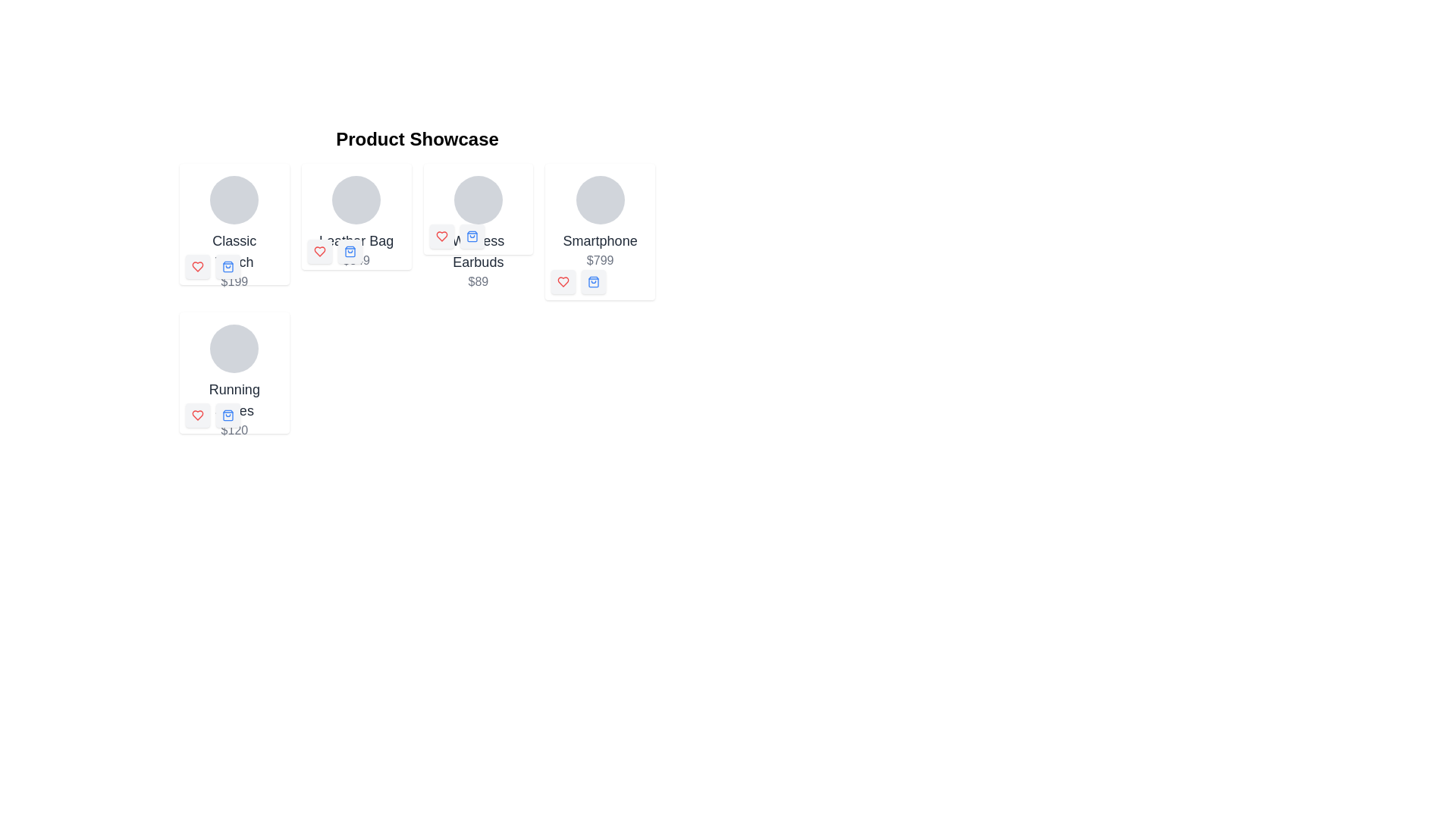  What do you see at coordinates (227, 265) in the screenshot?
I see `the button with a blue shopping bag icon located at the bottom-left corner of the product card` at bounding box center [227, 265].